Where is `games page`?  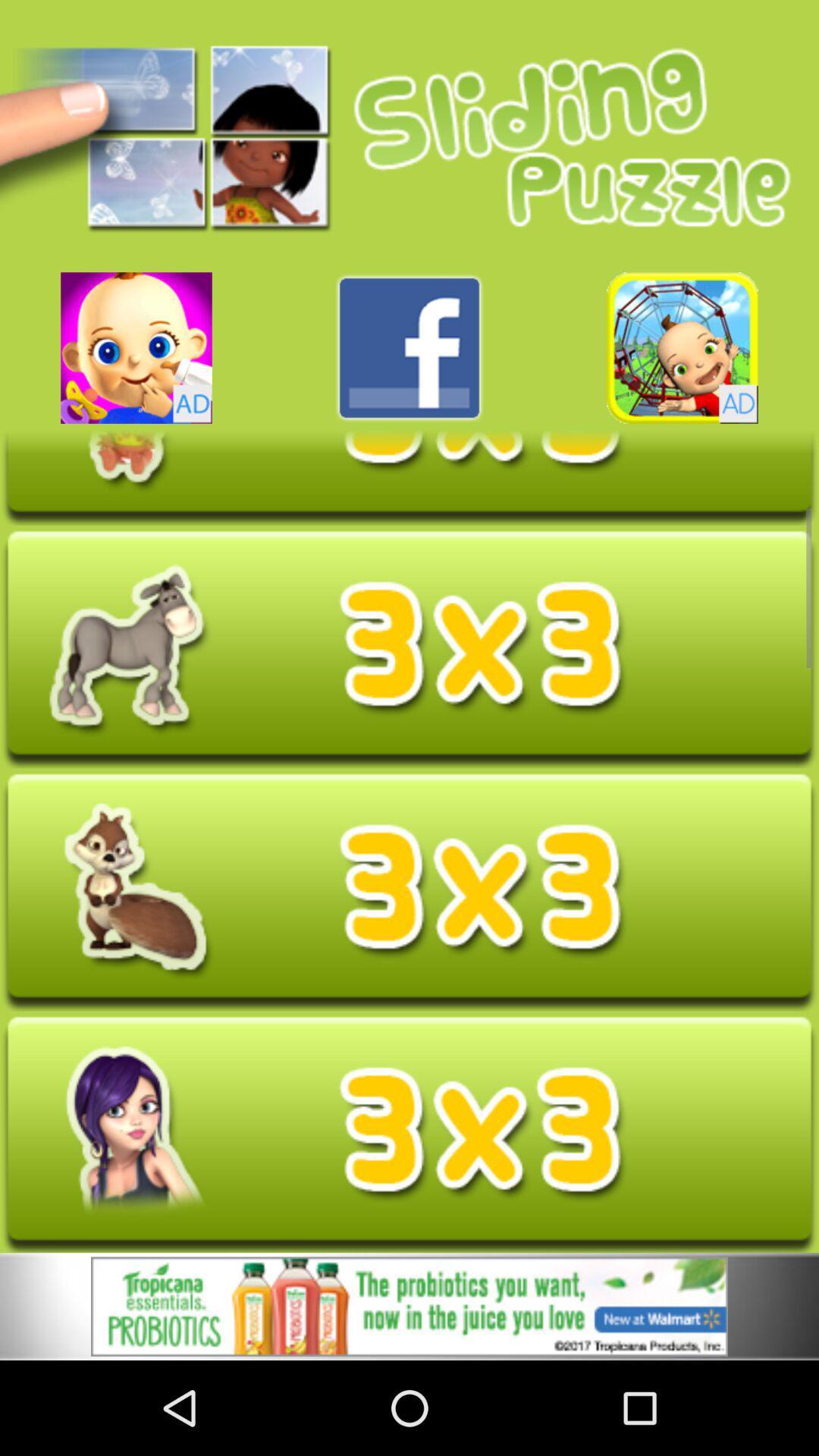 games page is located at coordinates (136, 347).